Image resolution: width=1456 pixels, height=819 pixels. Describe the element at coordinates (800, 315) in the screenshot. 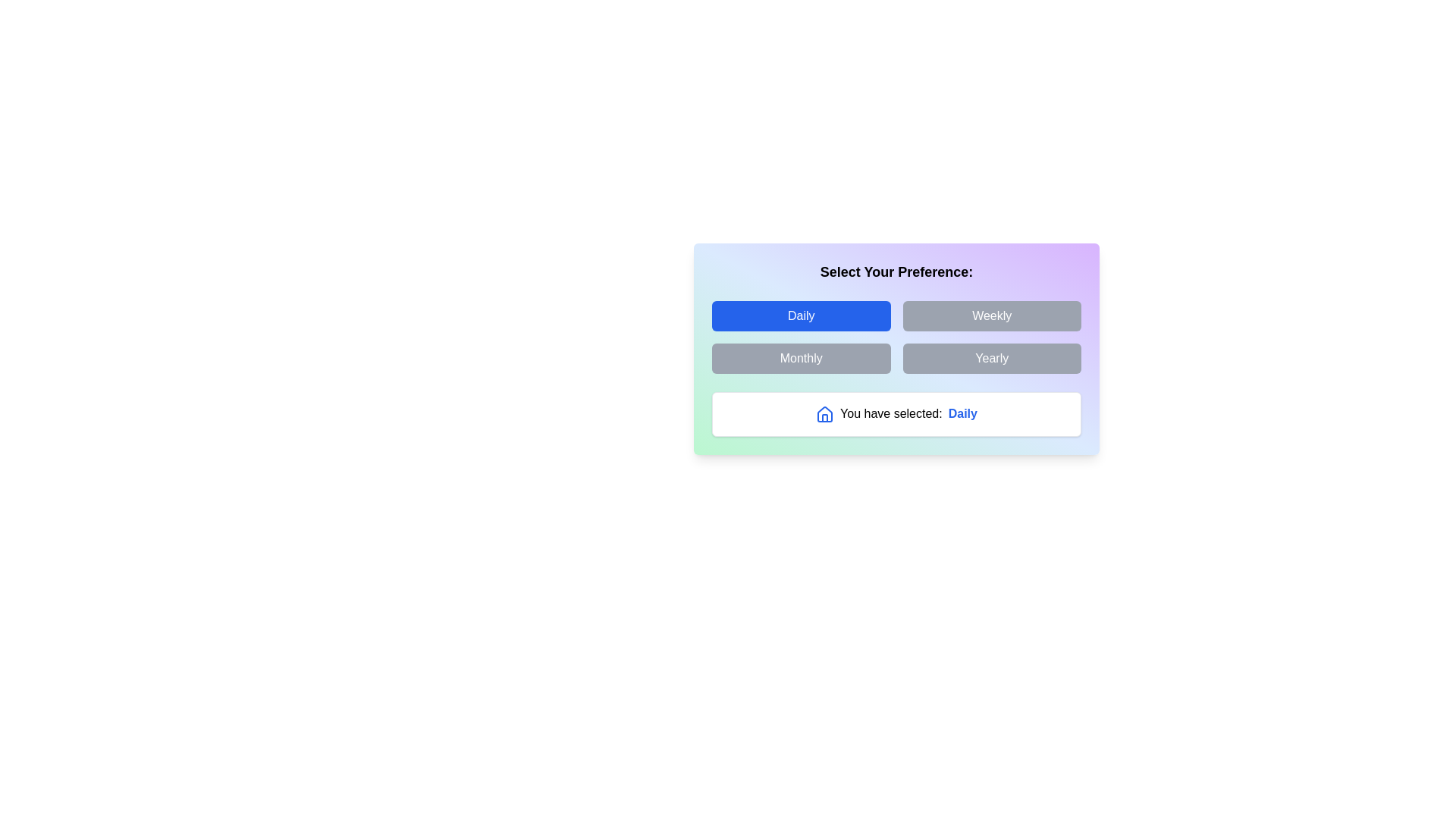

I see `the 'Daily' button` at that location.